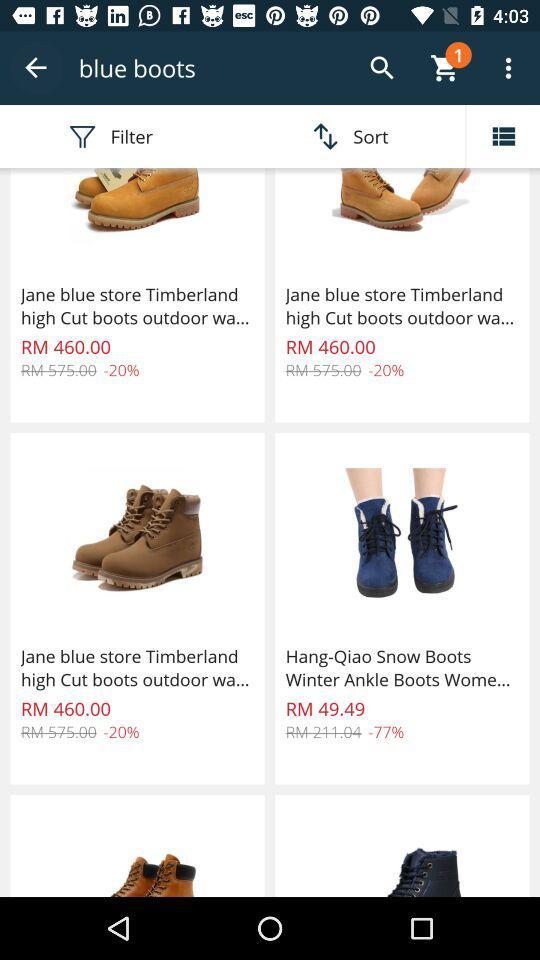 The image size is (540, 960). What do you see at coordinates (36, 68) in the screenshot?
I see `go back` at bounding box center [36, 68].